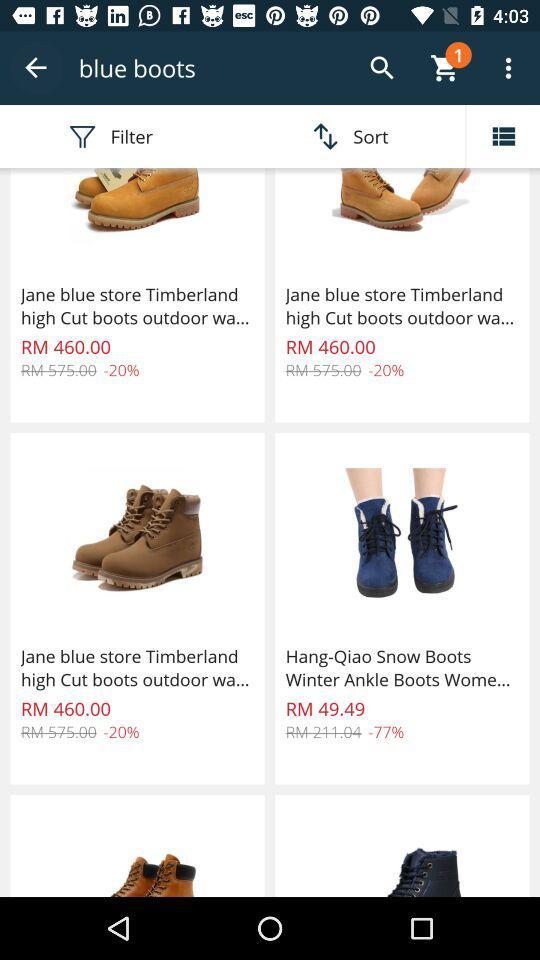 The image size is (540, 960). What do you see at coordinates (36, 68) in the screenshot?
I see `go back` at bounding box center [36, 68].